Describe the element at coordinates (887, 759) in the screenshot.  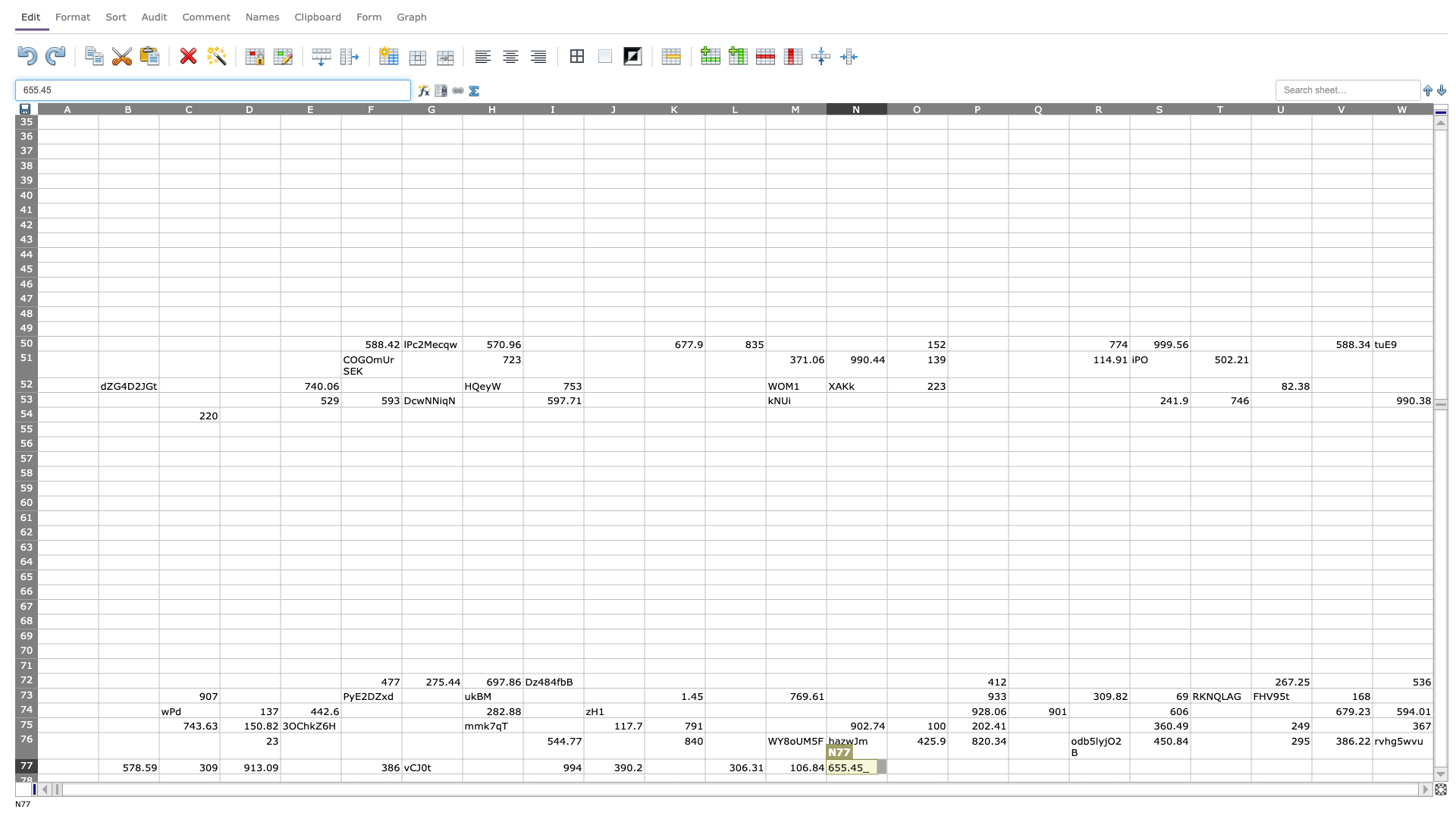
I see `top left at column O row 77` at that location.